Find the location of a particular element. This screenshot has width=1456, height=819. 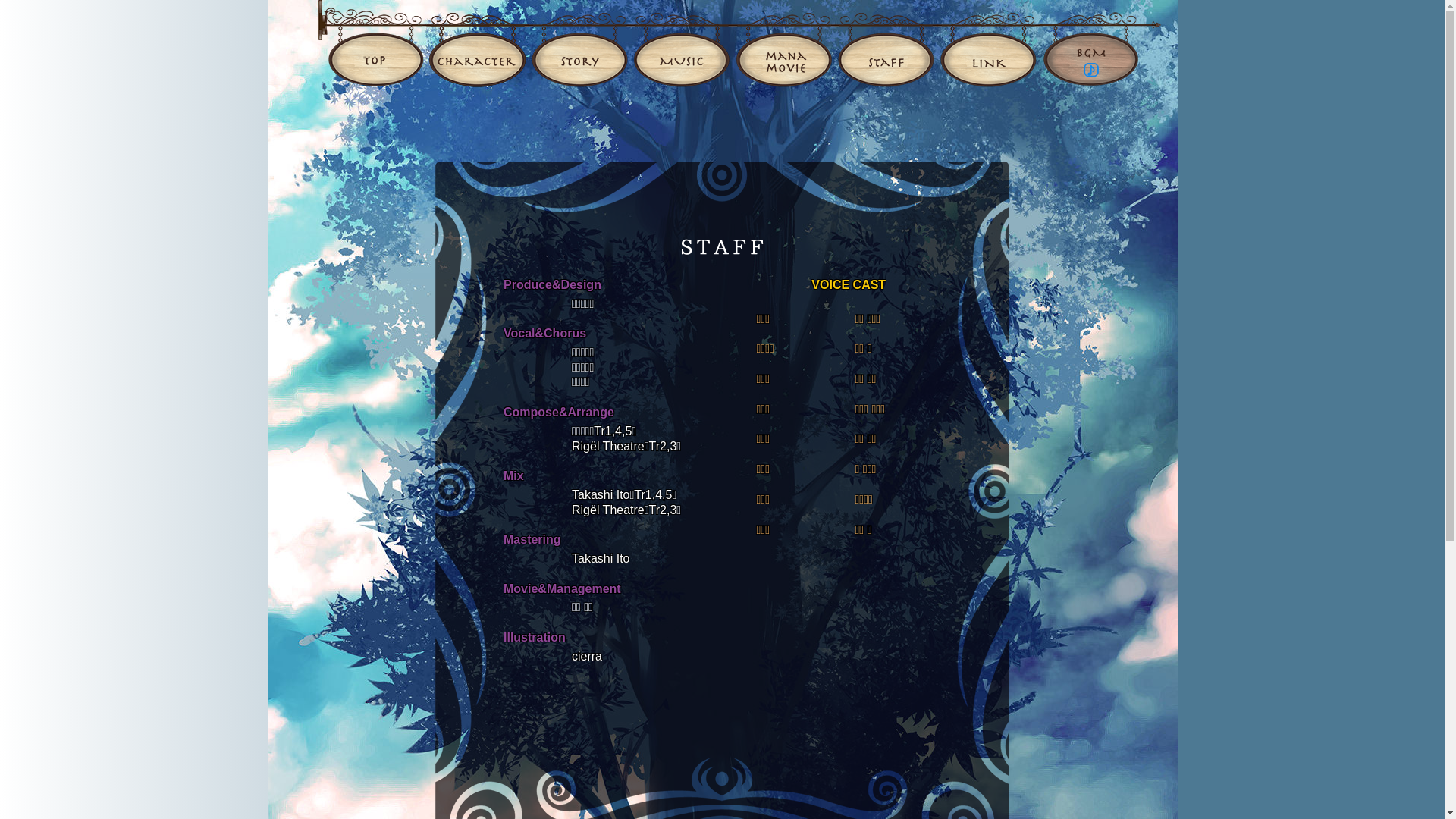

'CHARACTER' is located at coordinates (425, 42).